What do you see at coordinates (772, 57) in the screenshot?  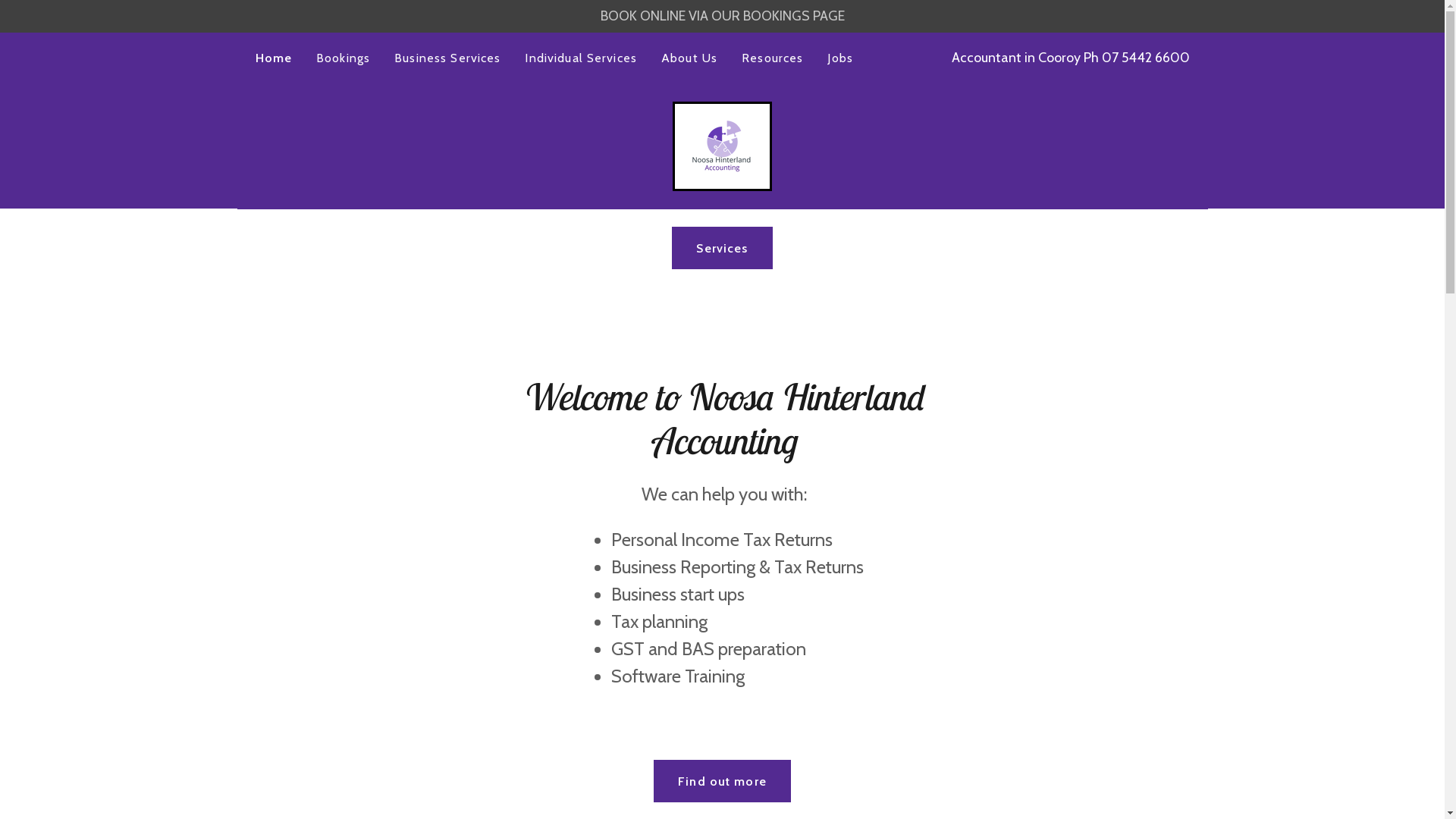 I see `'Resources'` at bounding box center [772, 57].